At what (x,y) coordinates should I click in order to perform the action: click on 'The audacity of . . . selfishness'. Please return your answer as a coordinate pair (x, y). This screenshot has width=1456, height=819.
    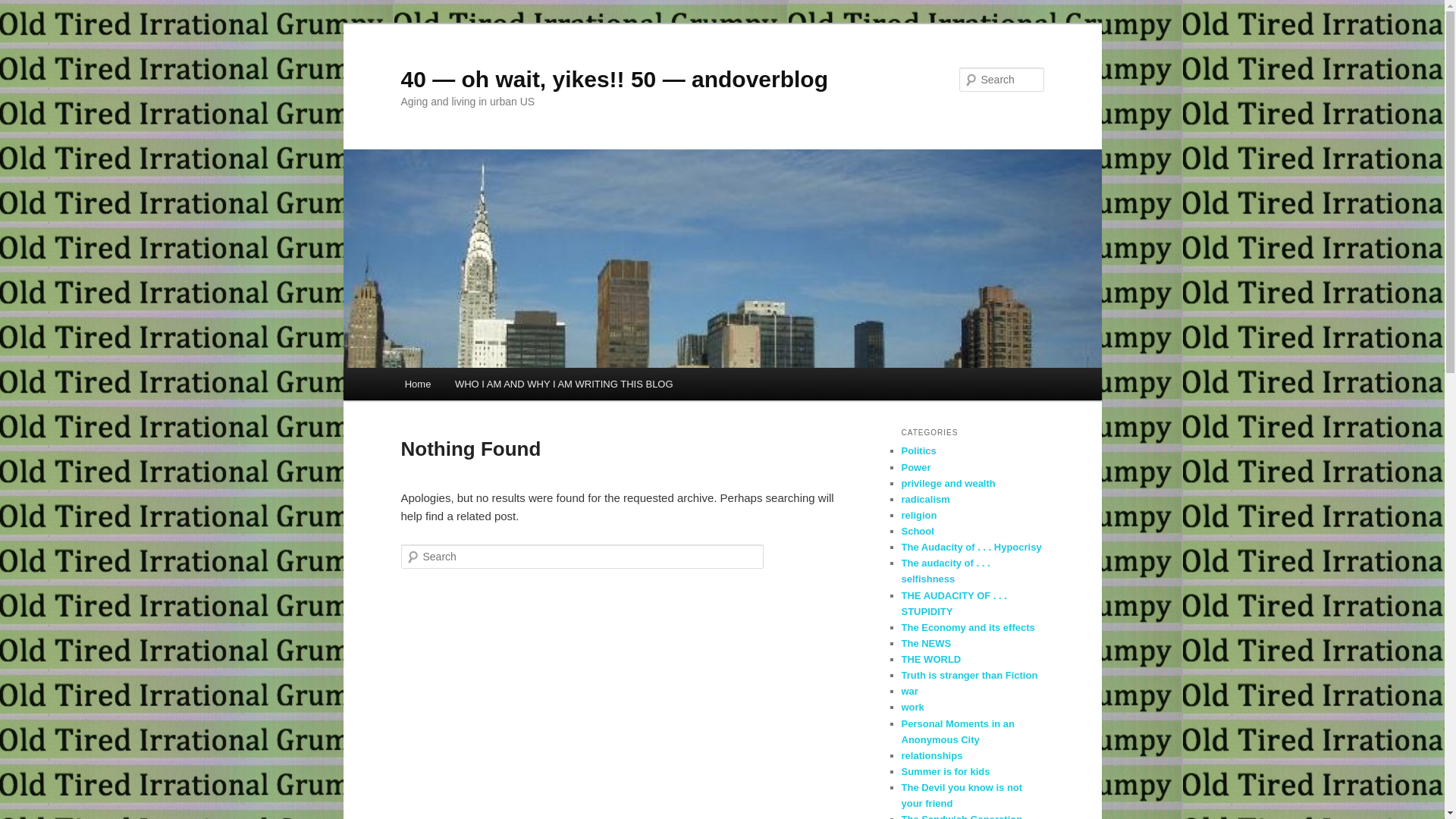
    Looking at the image, I should click on (944, 570).